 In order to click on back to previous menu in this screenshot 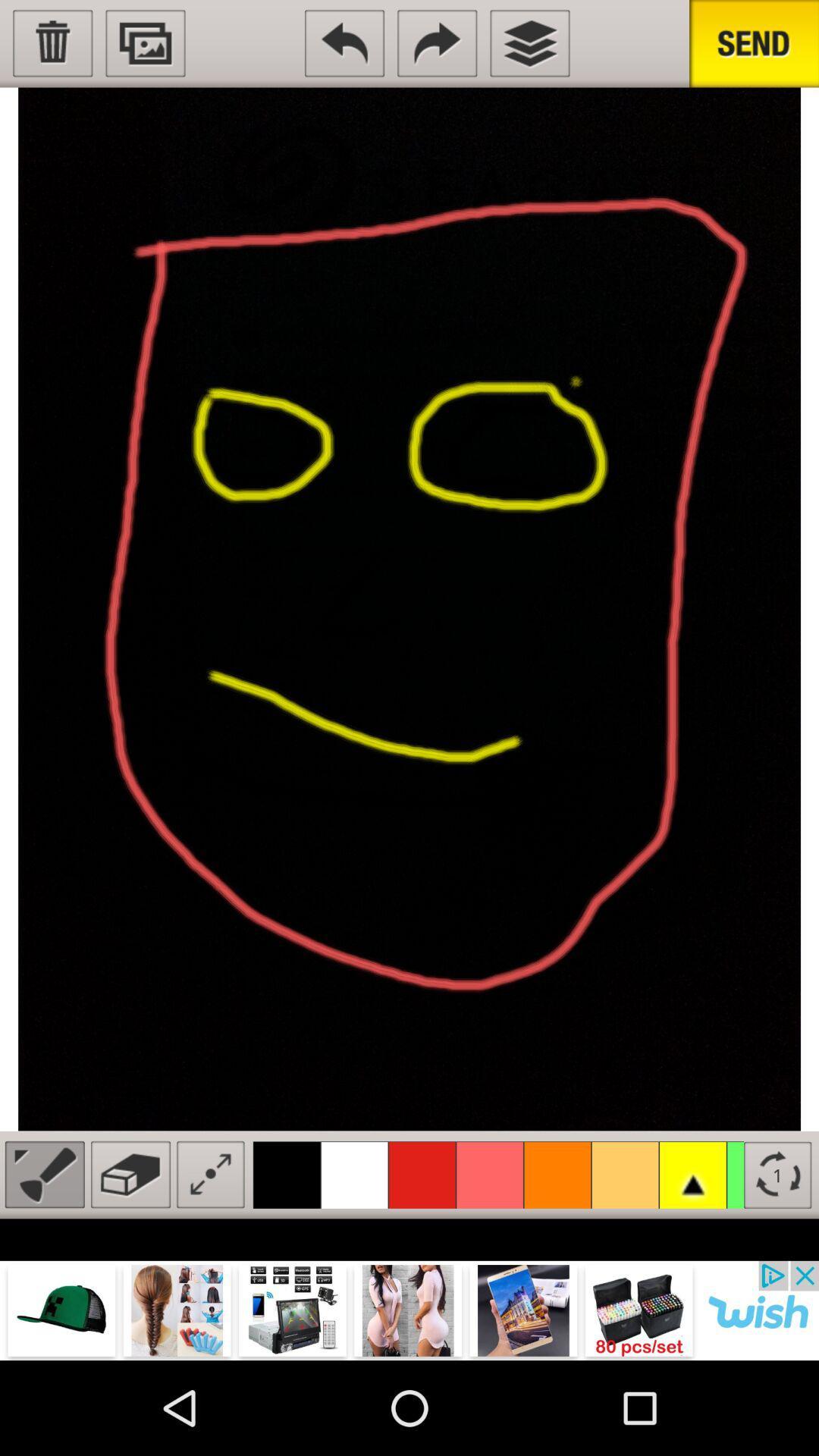, I will do `click(344, 43)`.